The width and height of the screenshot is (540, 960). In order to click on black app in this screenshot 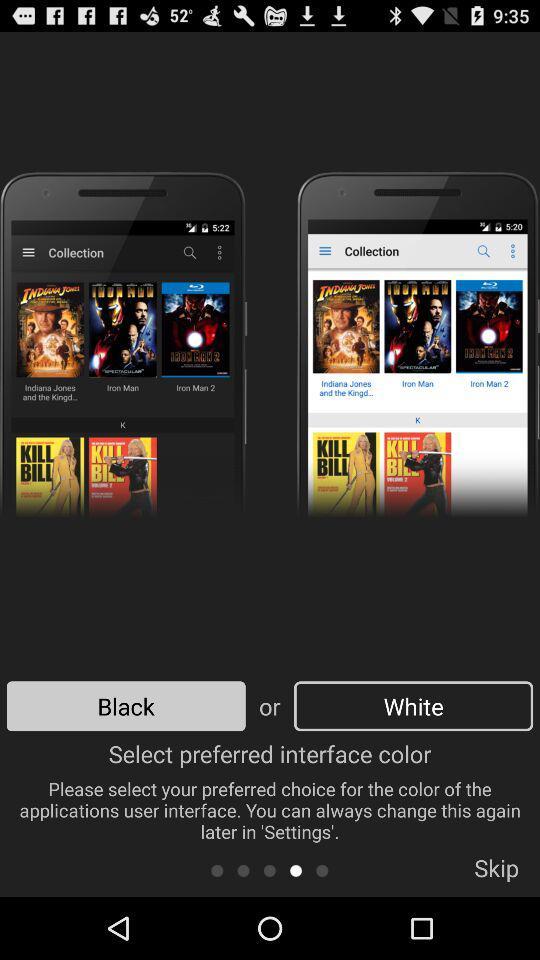, I will do `click(126, 706)`.